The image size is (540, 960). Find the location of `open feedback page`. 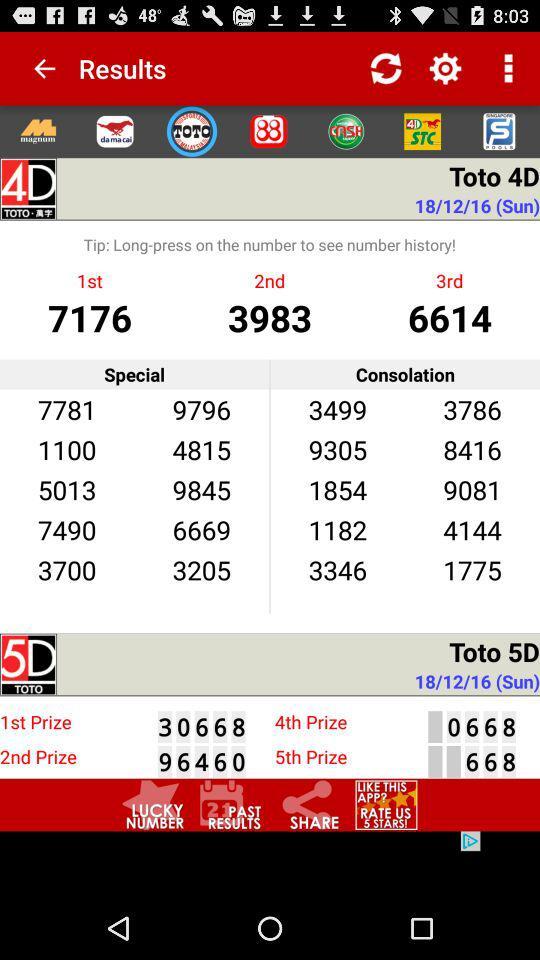

open feedback page is located at coordinates (386, 805).